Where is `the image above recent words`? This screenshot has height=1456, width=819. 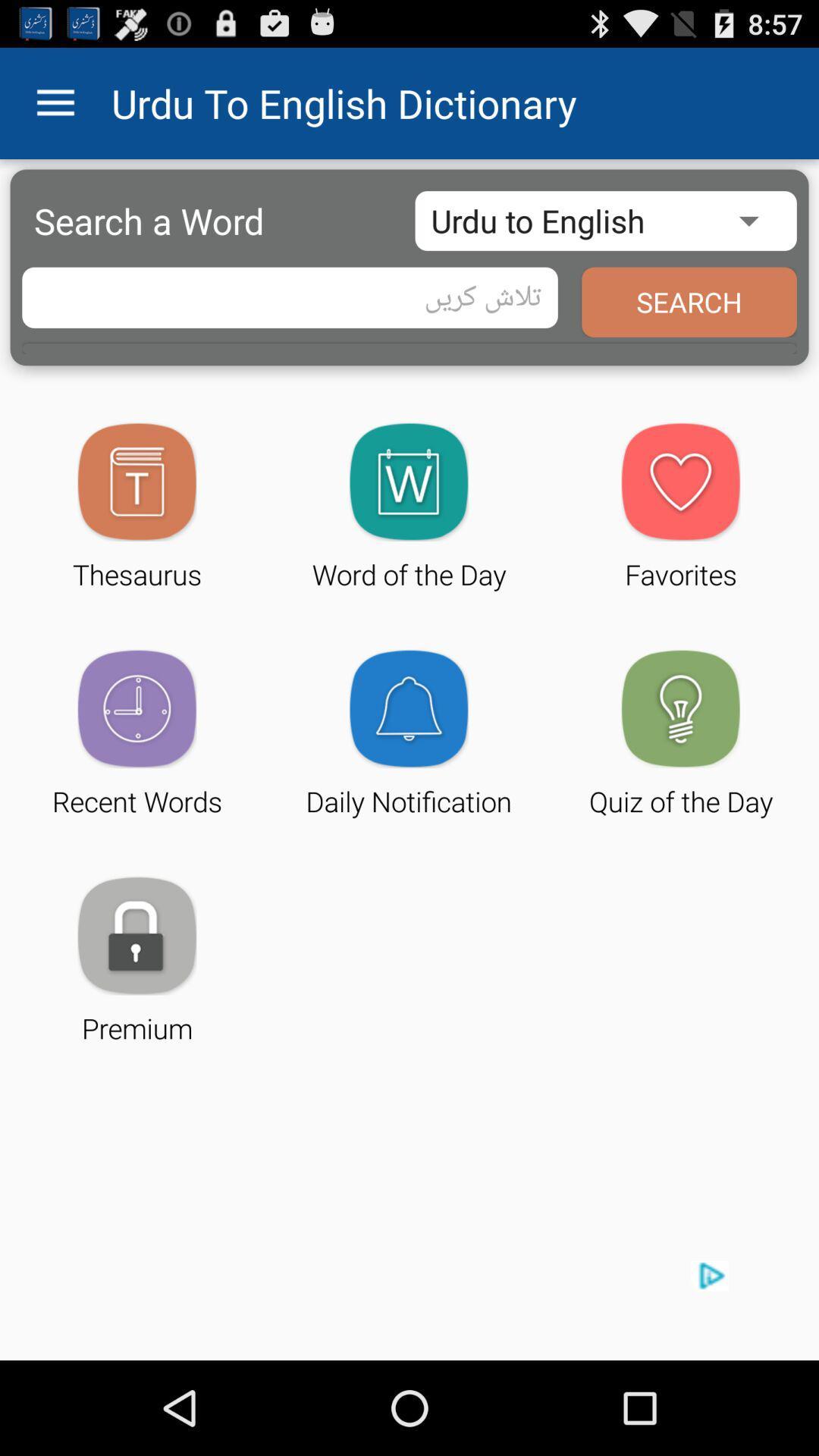
the image above recent words is located at coordinates (137, 708).